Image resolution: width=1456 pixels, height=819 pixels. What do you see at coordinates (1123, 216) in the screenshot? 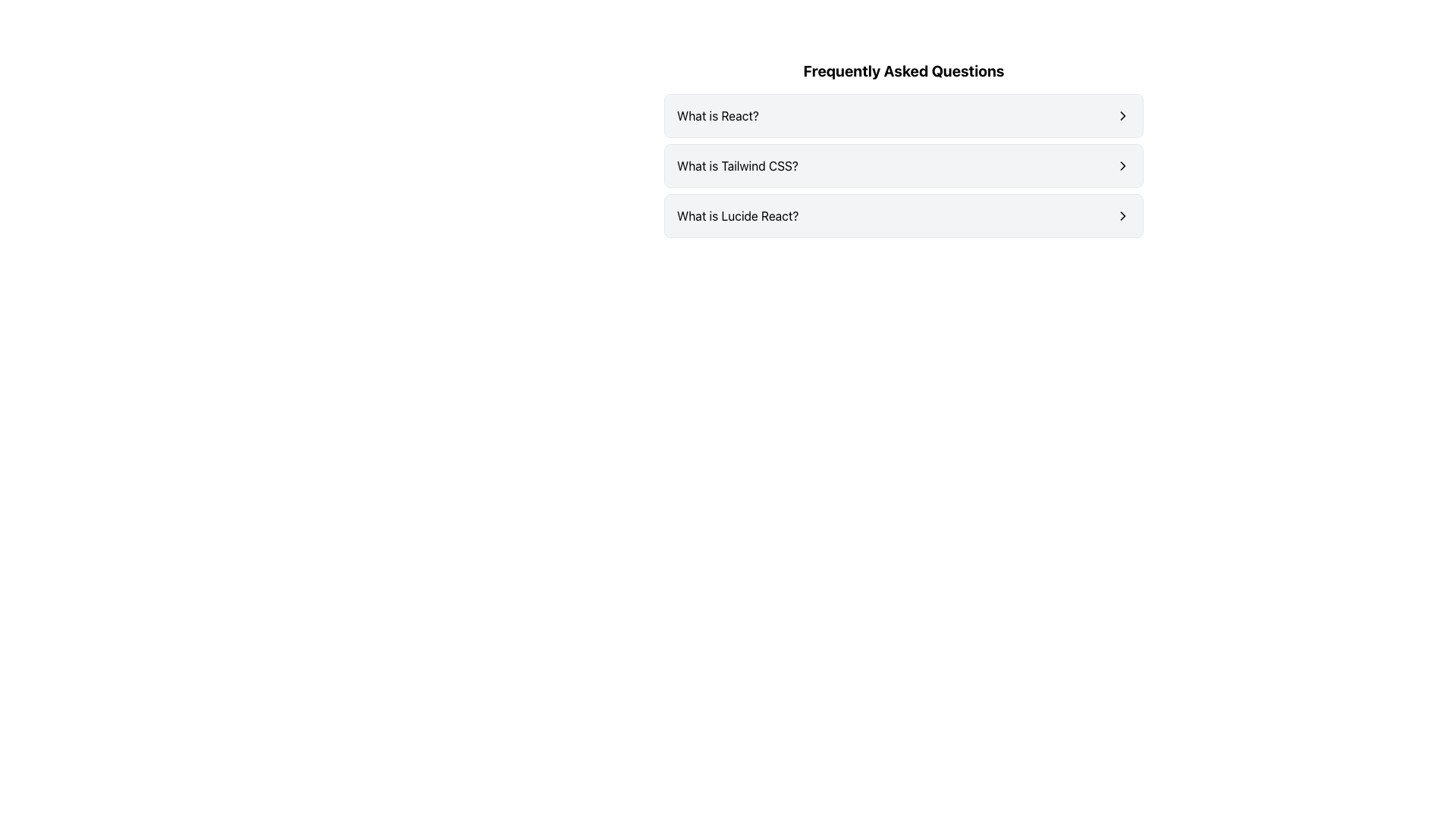
I see `the small, right-pointing chevron arrow icon at the far right end of the list item labeled 'What is Lucide React?' in the FAQ list` at bounding box center [1123, 216].